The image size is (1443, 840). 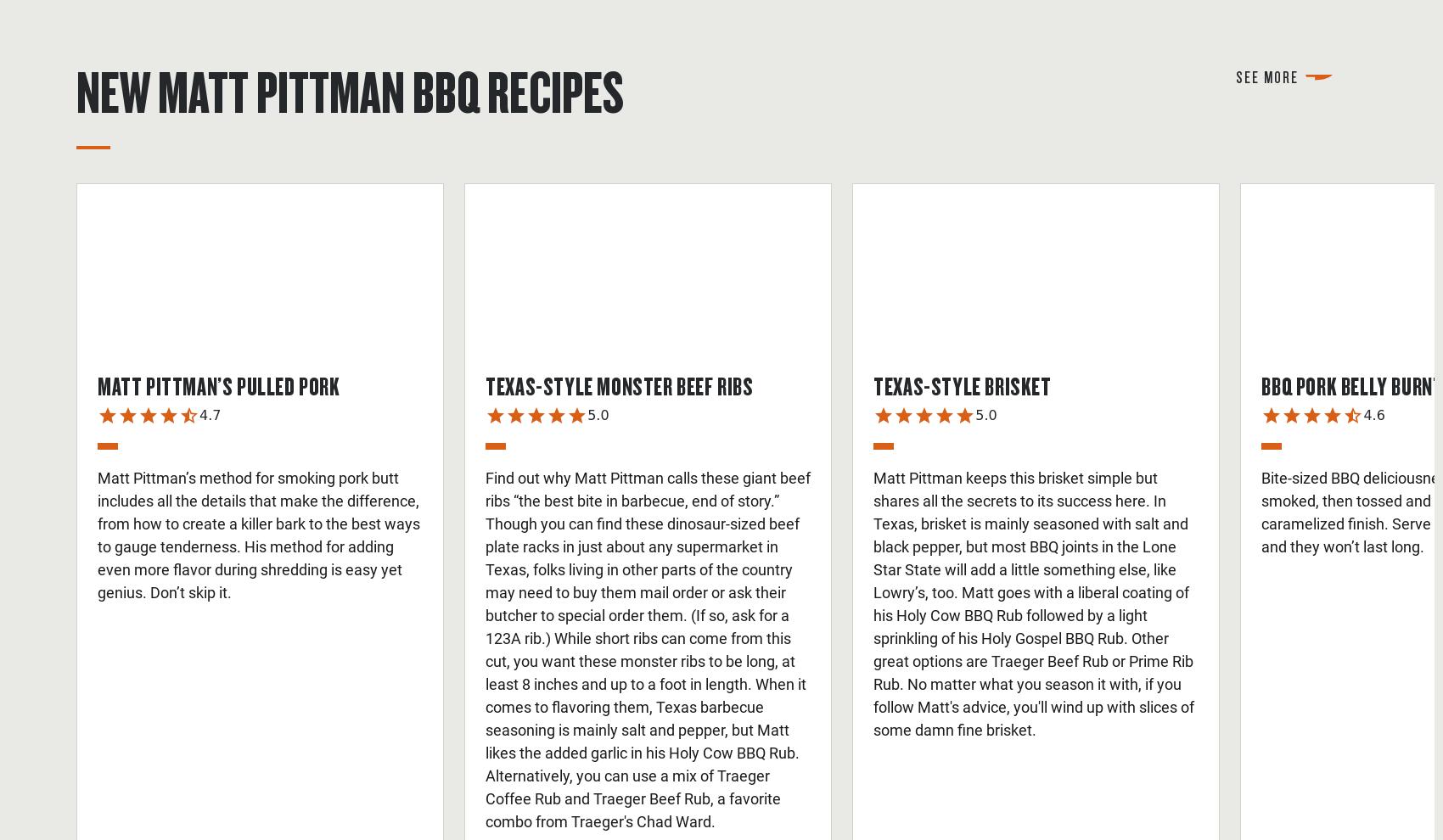 What do you see at coordinates (1266, 76) in the screenshot?
I see `'See More'` at bounding box center [1266, 76].